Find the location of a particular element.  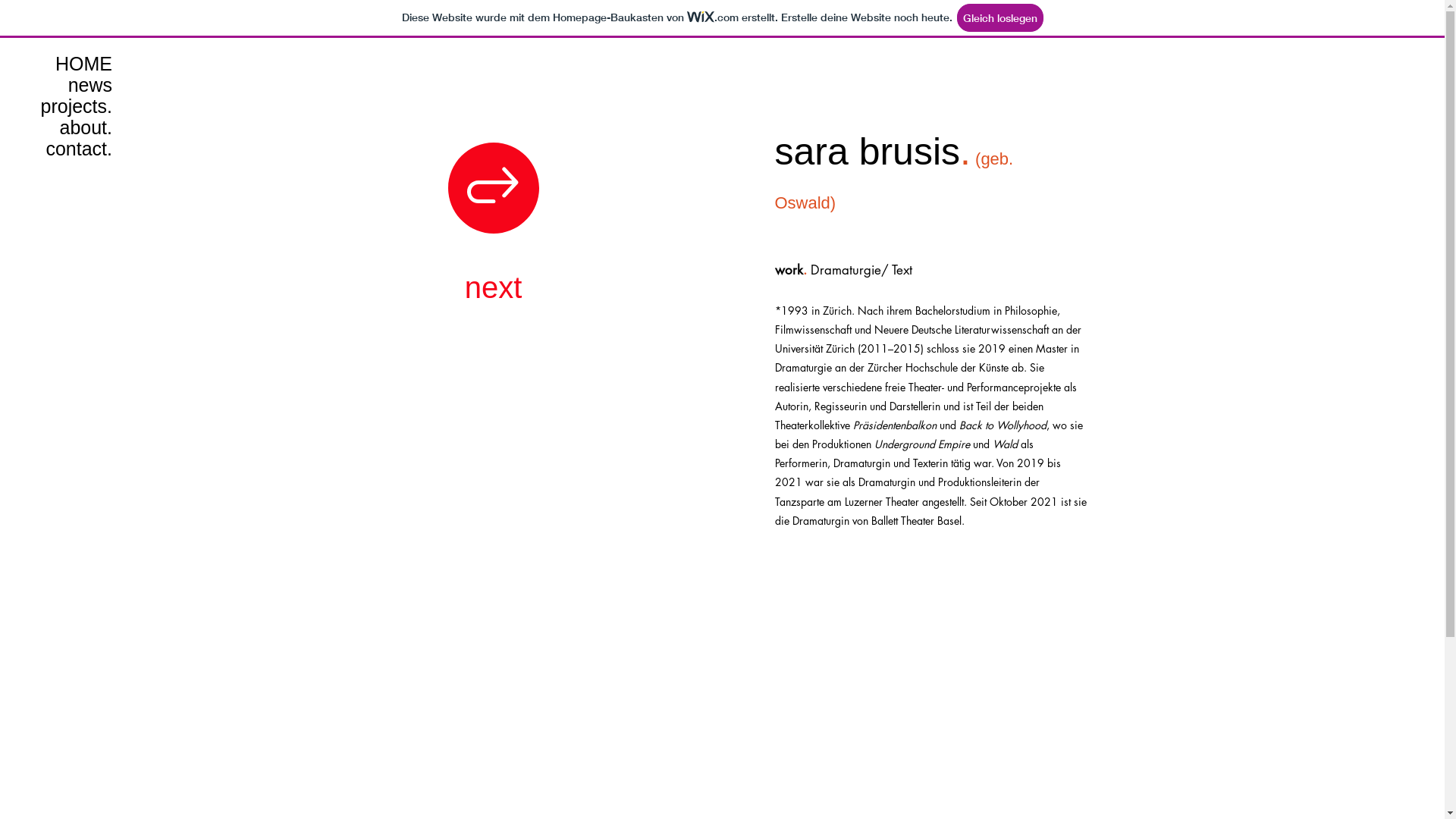

'projects.' is located at coordinates (63, 105).